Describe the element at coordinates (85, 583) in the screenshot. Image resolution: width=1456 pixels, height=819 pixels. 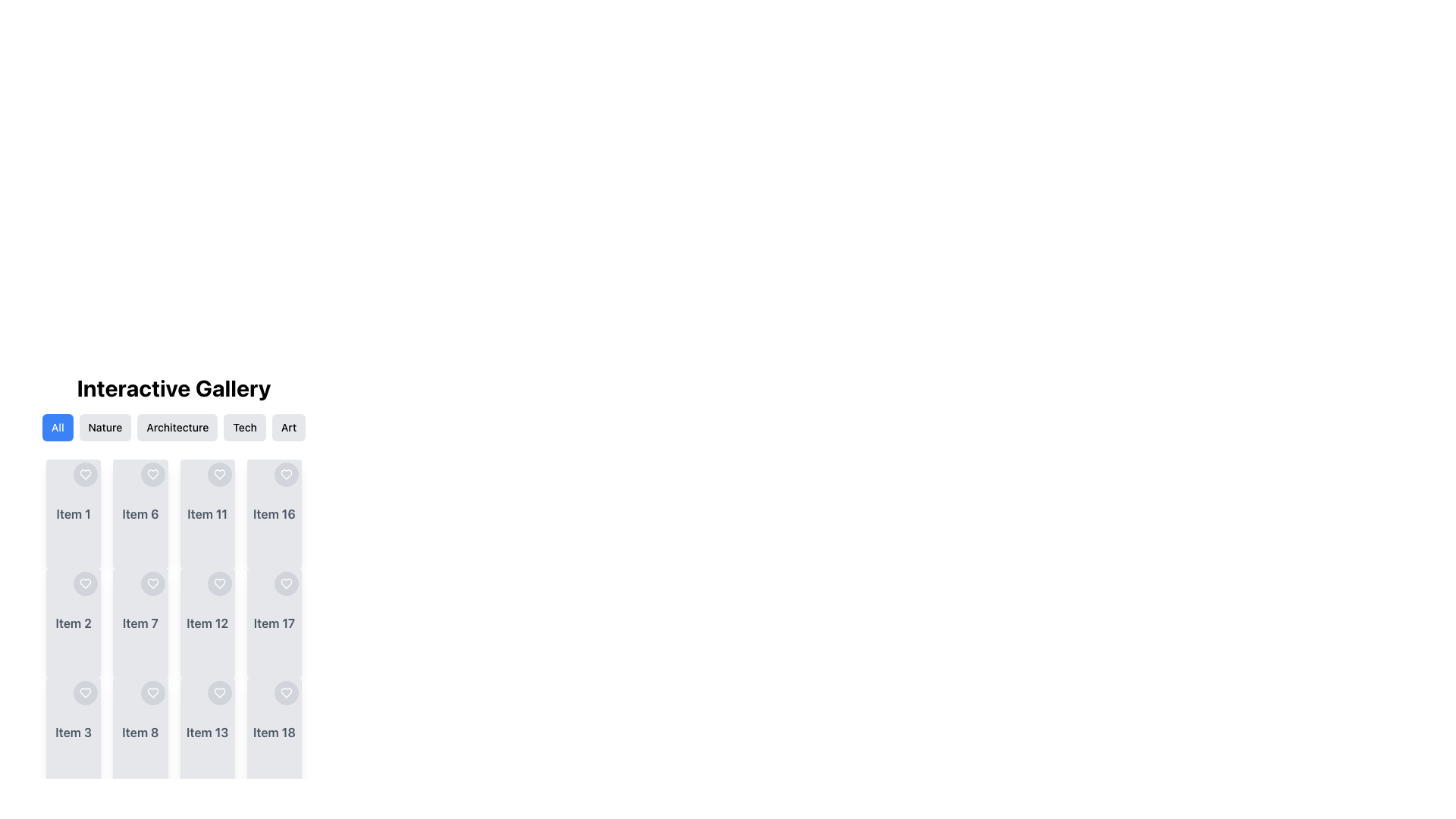
I see `the 'favorite' button located at the top-right corner of the 'Item 2' card` at that location.